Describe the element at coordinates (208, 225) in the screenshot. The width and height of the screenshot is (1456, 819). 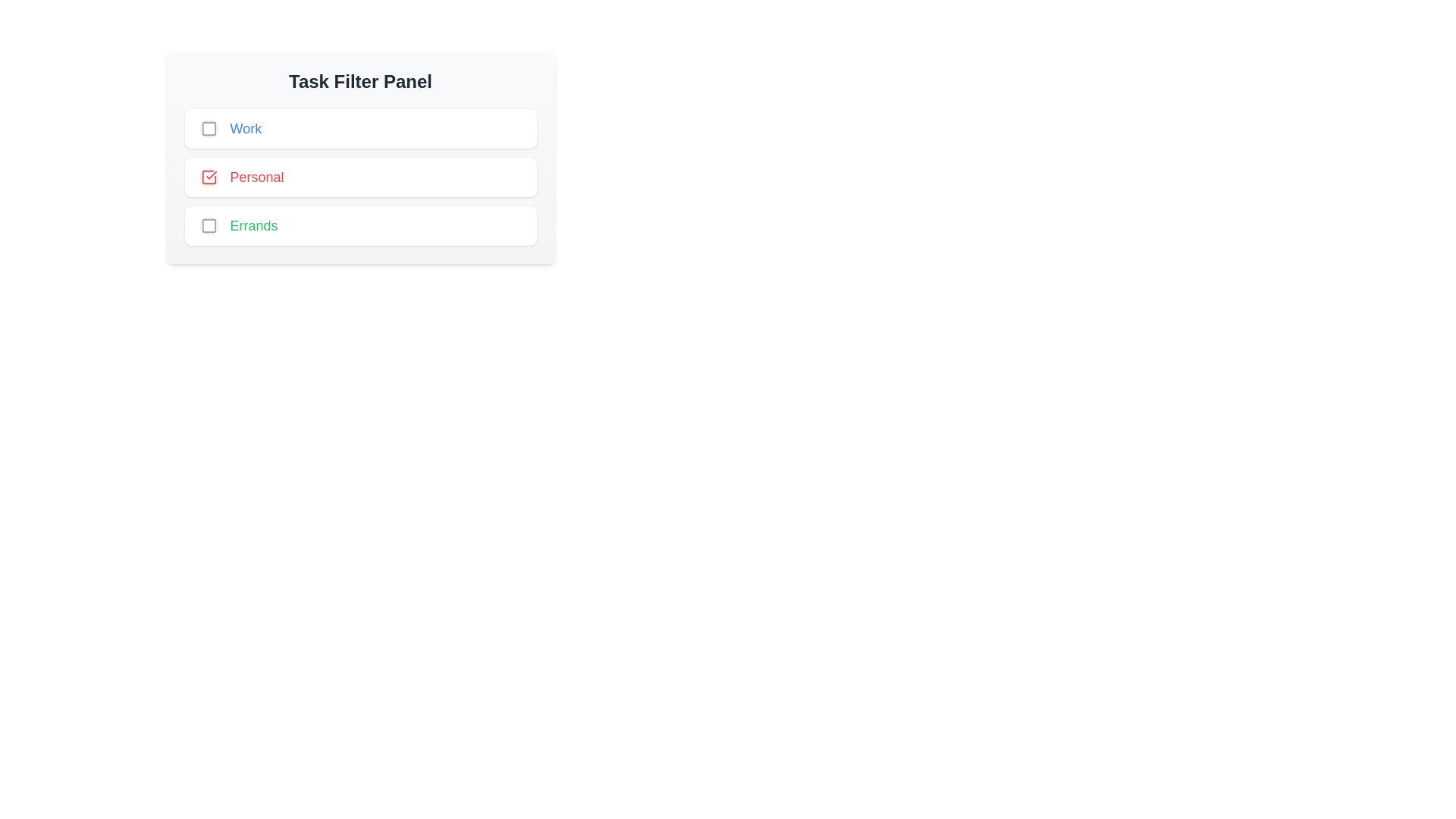
I see `the 'Errands' checkbox, which is the third square icon in the vertical list of selectable items under the 'Task Filter Panel'` at that location.